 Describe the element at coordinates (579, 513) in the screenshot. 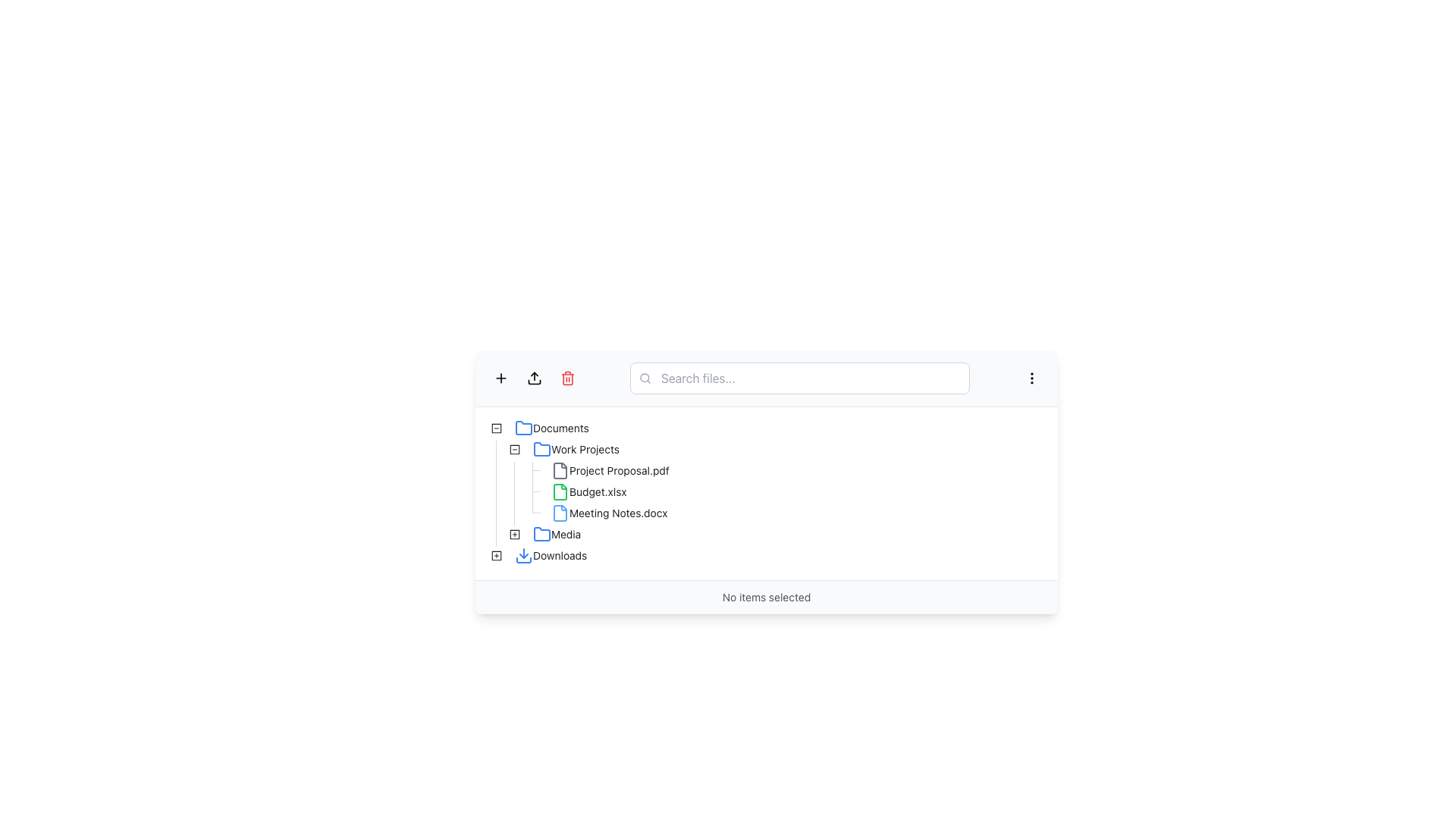

I see `the file item 'Meeting Notes.docx' in the hierarchical tree view` at that location.